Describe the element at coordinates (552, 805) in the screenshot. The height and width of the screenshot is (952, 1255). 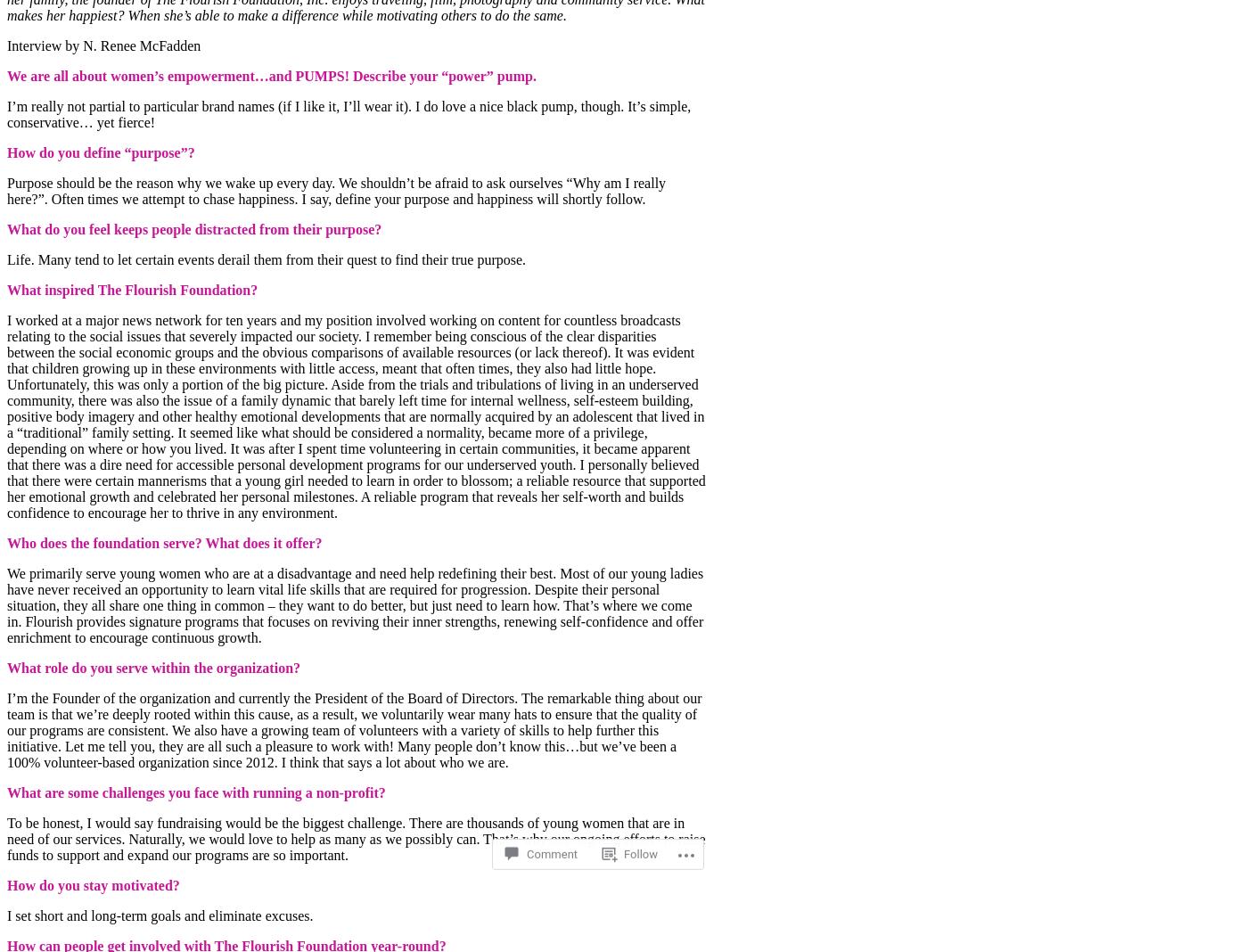
I see `'Comment'` at that location.